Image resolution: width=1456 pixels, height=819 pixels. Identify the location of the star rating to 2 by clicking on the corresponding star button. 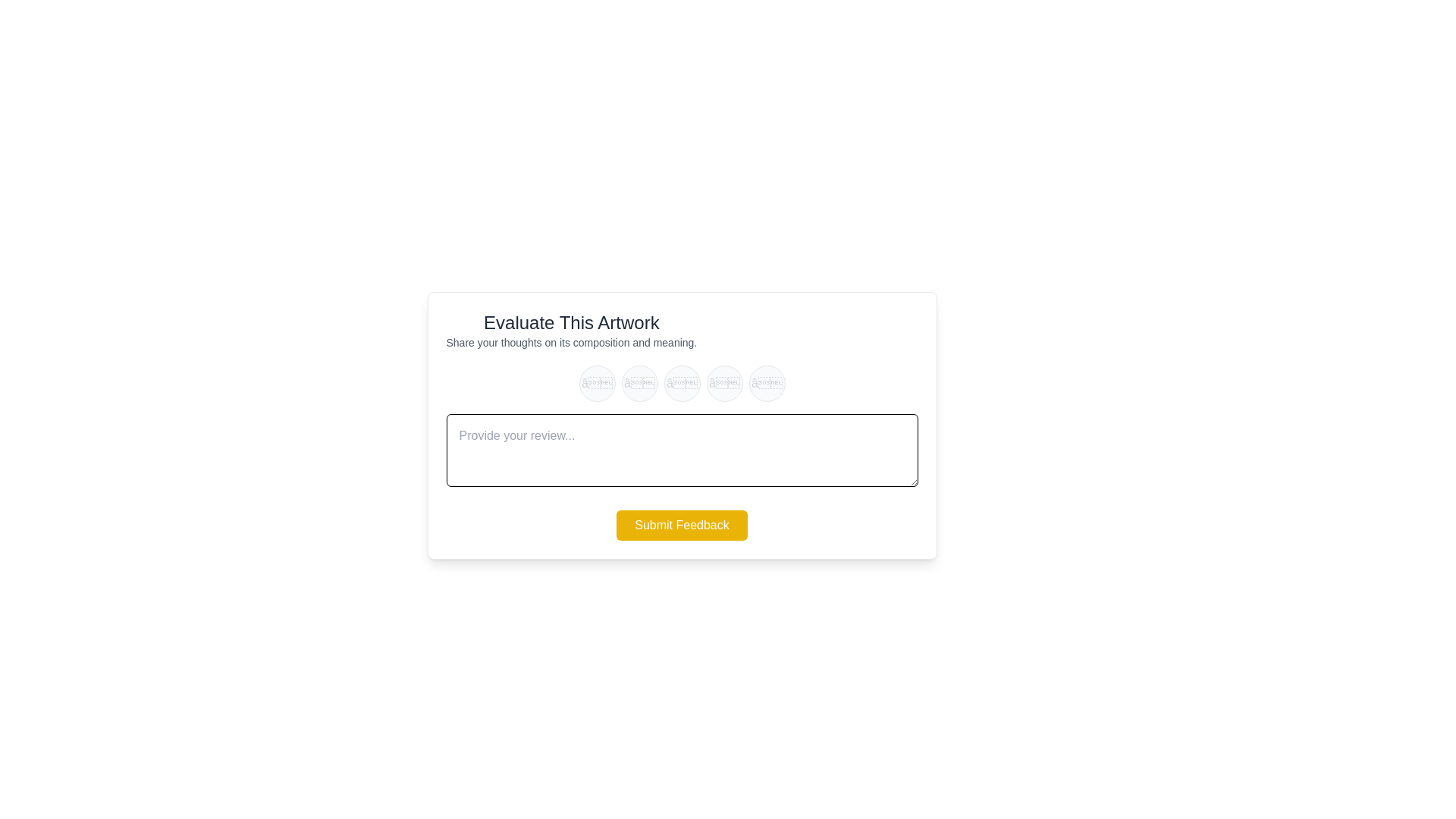
(639, 382).